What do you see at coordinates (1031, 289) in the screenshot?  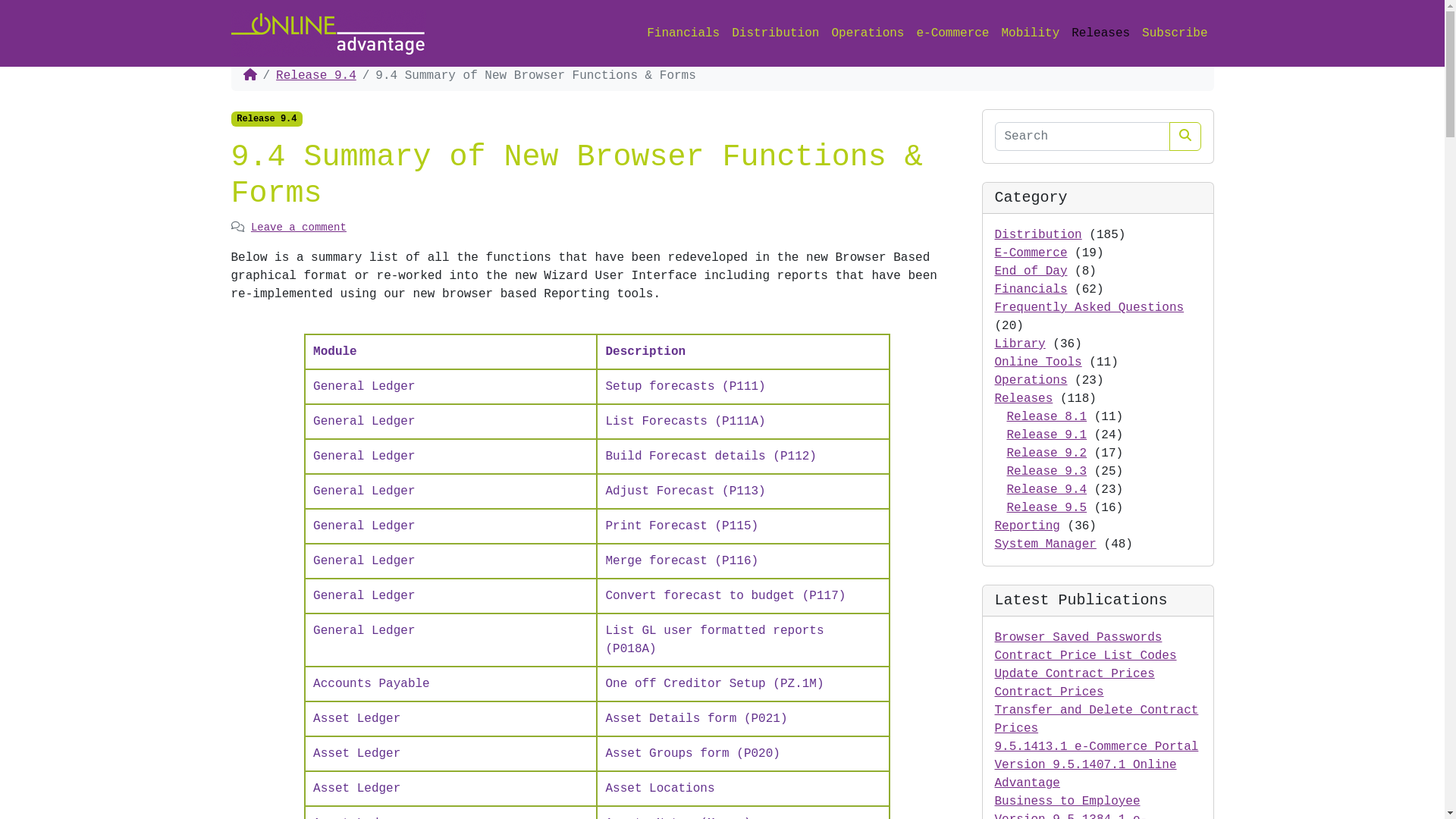 I see `'Financials'` at bounding box center [1031, 289].